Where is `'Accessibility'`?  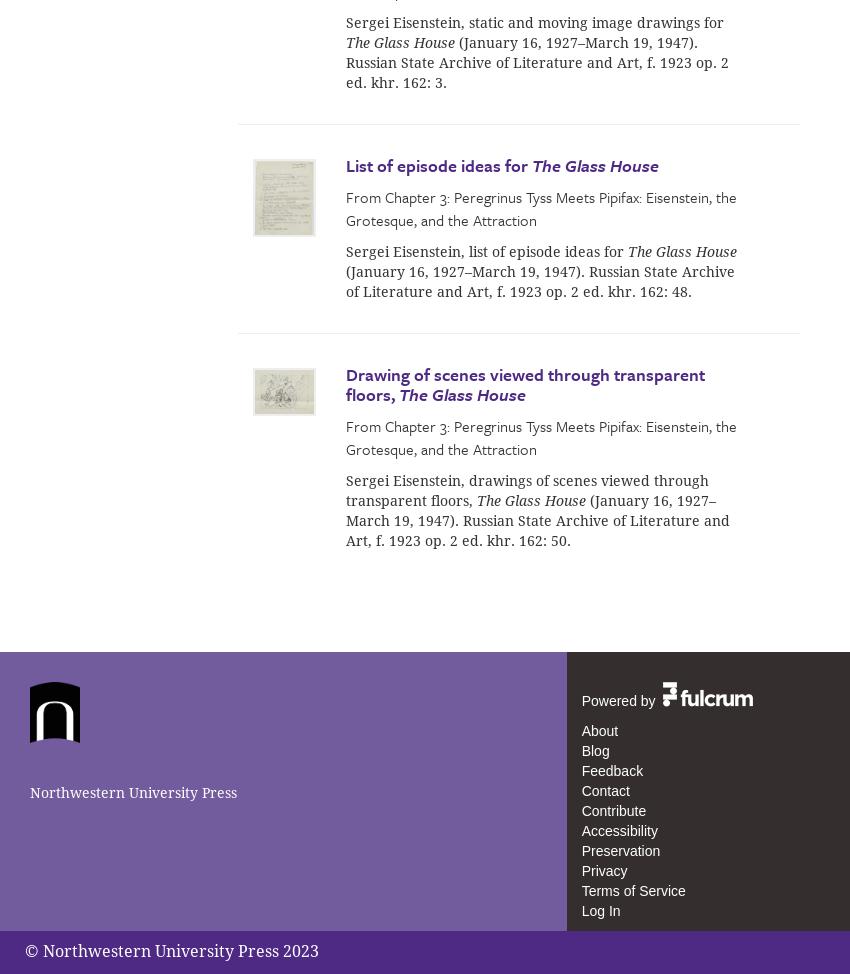
'Accessibility' is located at coordinates (580, 830).